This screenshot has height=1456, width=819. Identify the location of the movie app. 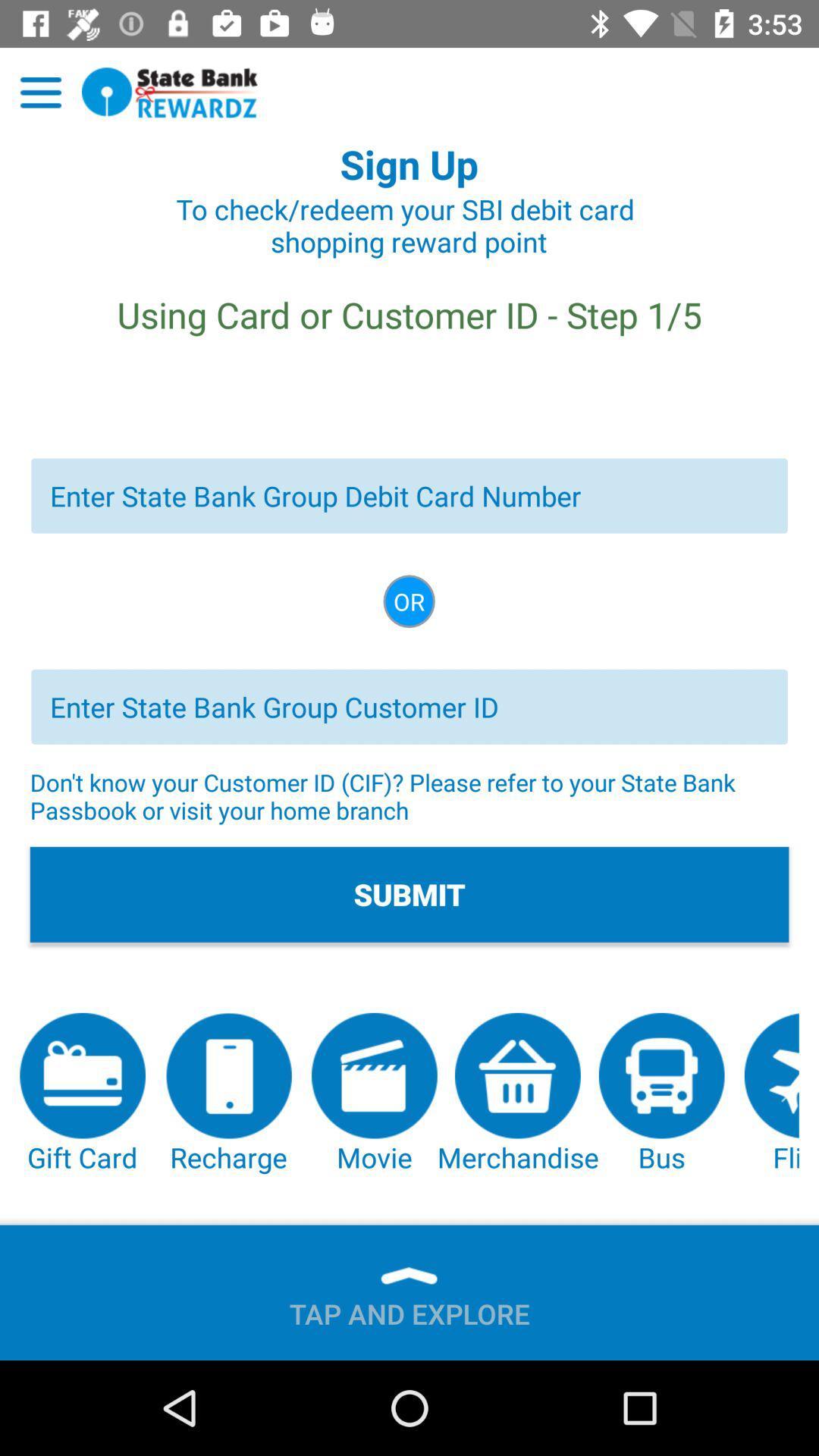
(374, 1094).